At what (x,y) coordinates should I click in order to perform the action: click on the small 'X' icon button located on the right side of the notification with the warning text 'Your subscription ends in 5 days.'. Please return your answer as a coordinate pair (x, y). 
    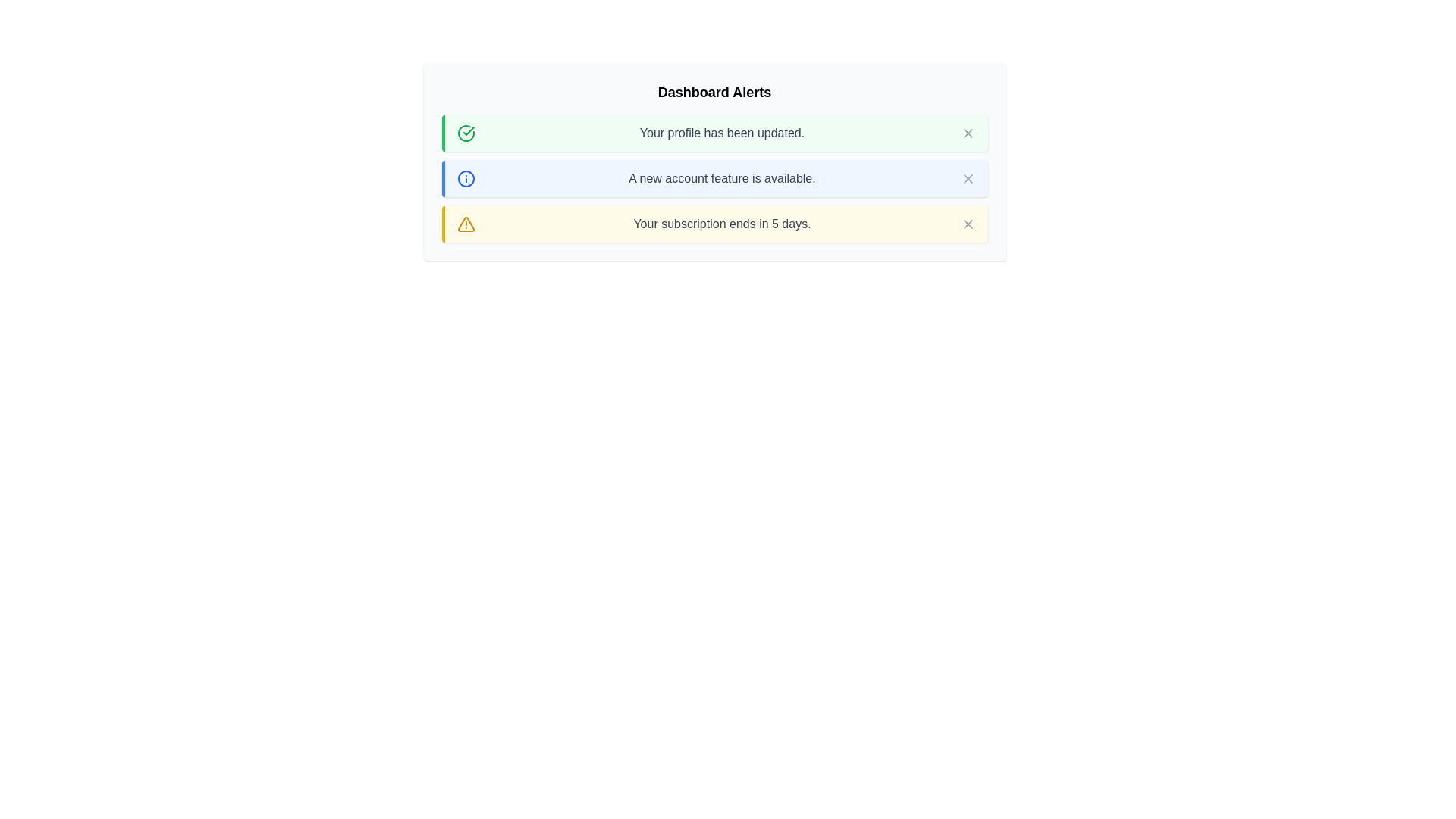
    Looking at the image, I should click on (967, 224).